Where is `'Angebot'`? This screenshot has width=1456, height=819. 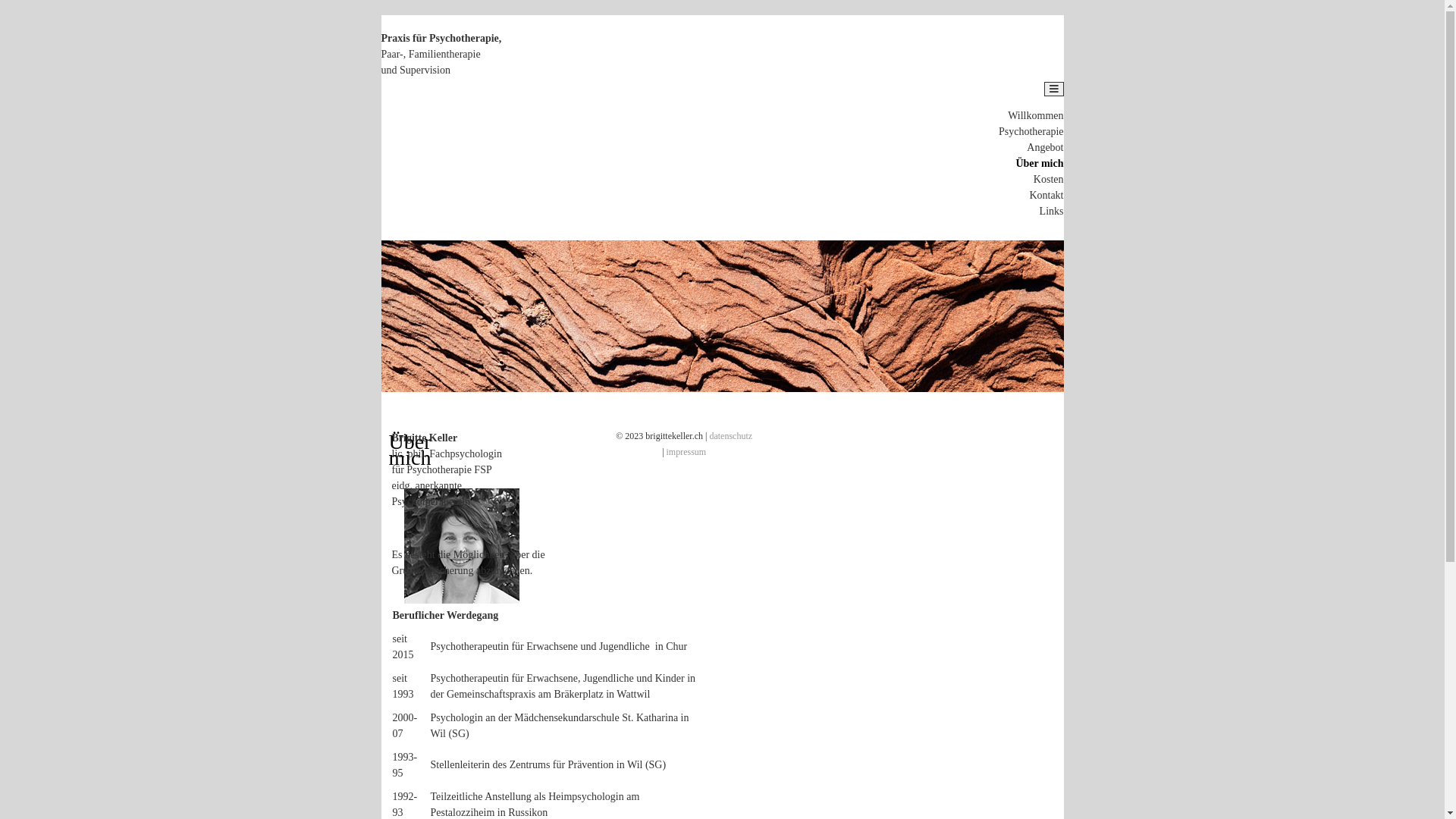
'Angebot' is located at coordinates (1043, 147).